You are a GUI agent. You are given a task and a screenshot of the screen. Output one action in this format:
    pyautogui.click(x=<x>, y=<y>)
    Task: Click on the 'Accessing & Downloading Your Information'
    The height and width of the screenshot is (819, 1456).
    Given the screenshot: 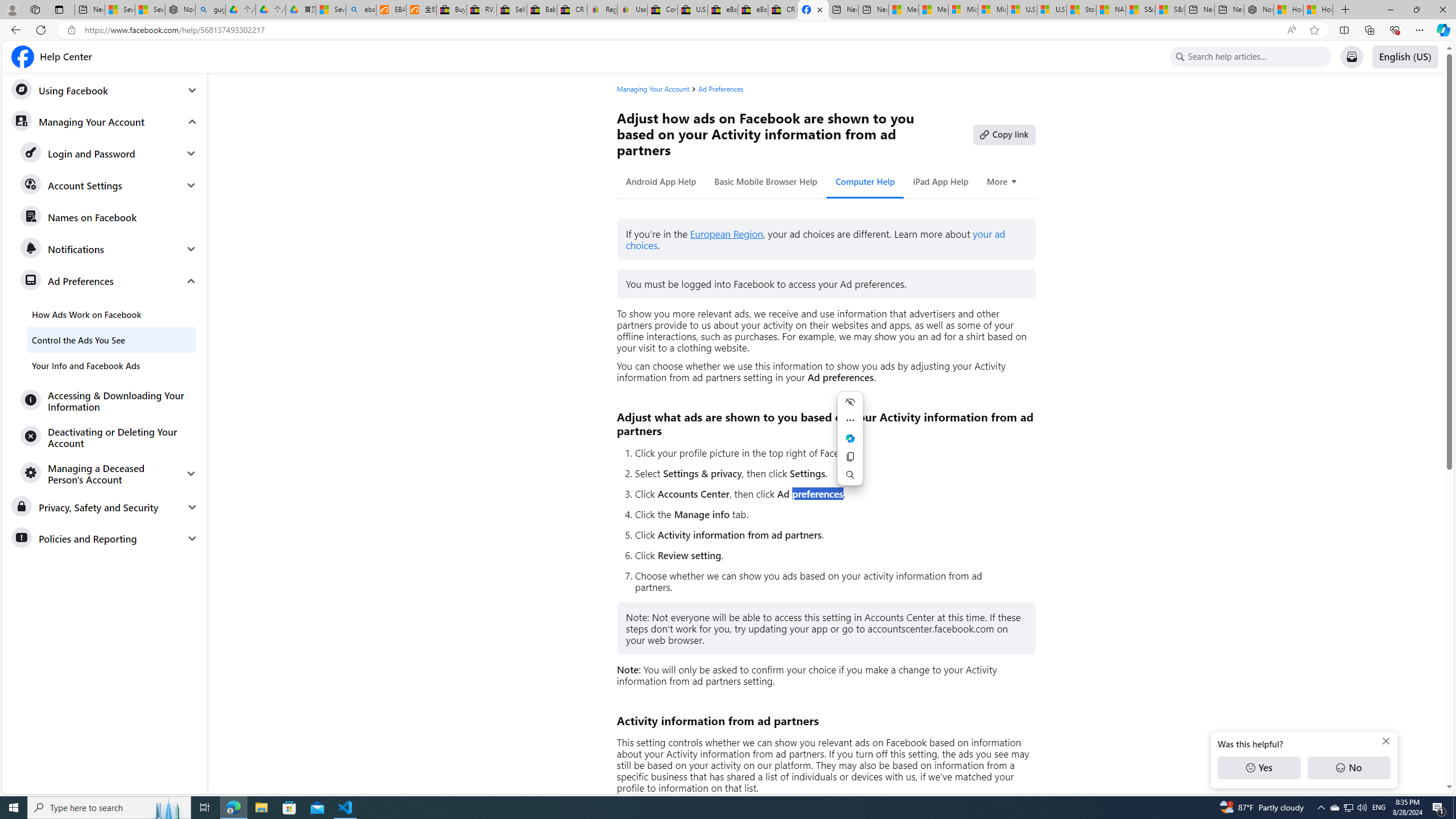 What is the action you would take?
    pyautogui.click(x=109, y=400)
    